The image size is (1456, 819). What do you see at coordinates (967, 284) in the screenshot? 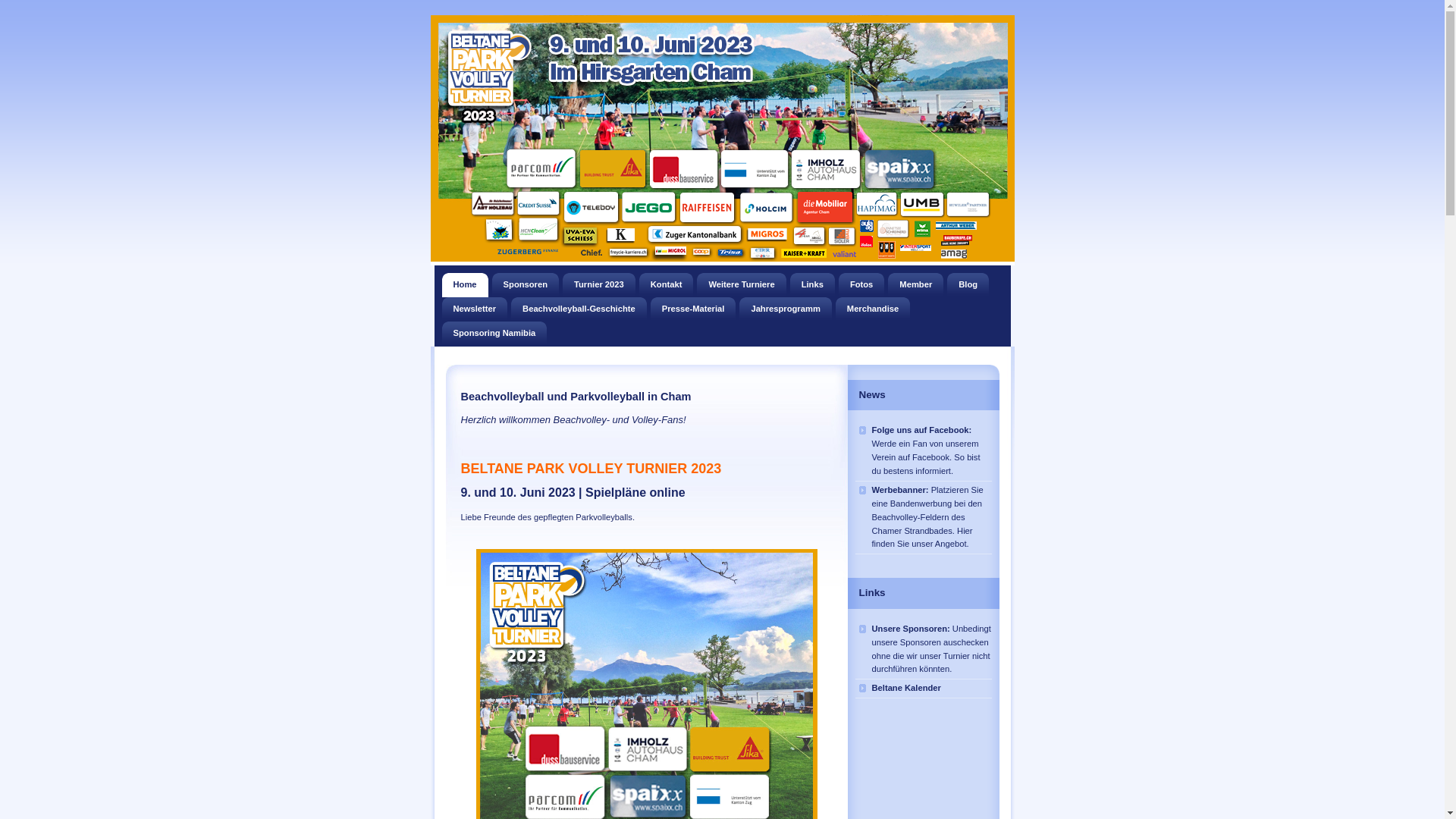
I see `'Blog` at bounding box center [967, 284].